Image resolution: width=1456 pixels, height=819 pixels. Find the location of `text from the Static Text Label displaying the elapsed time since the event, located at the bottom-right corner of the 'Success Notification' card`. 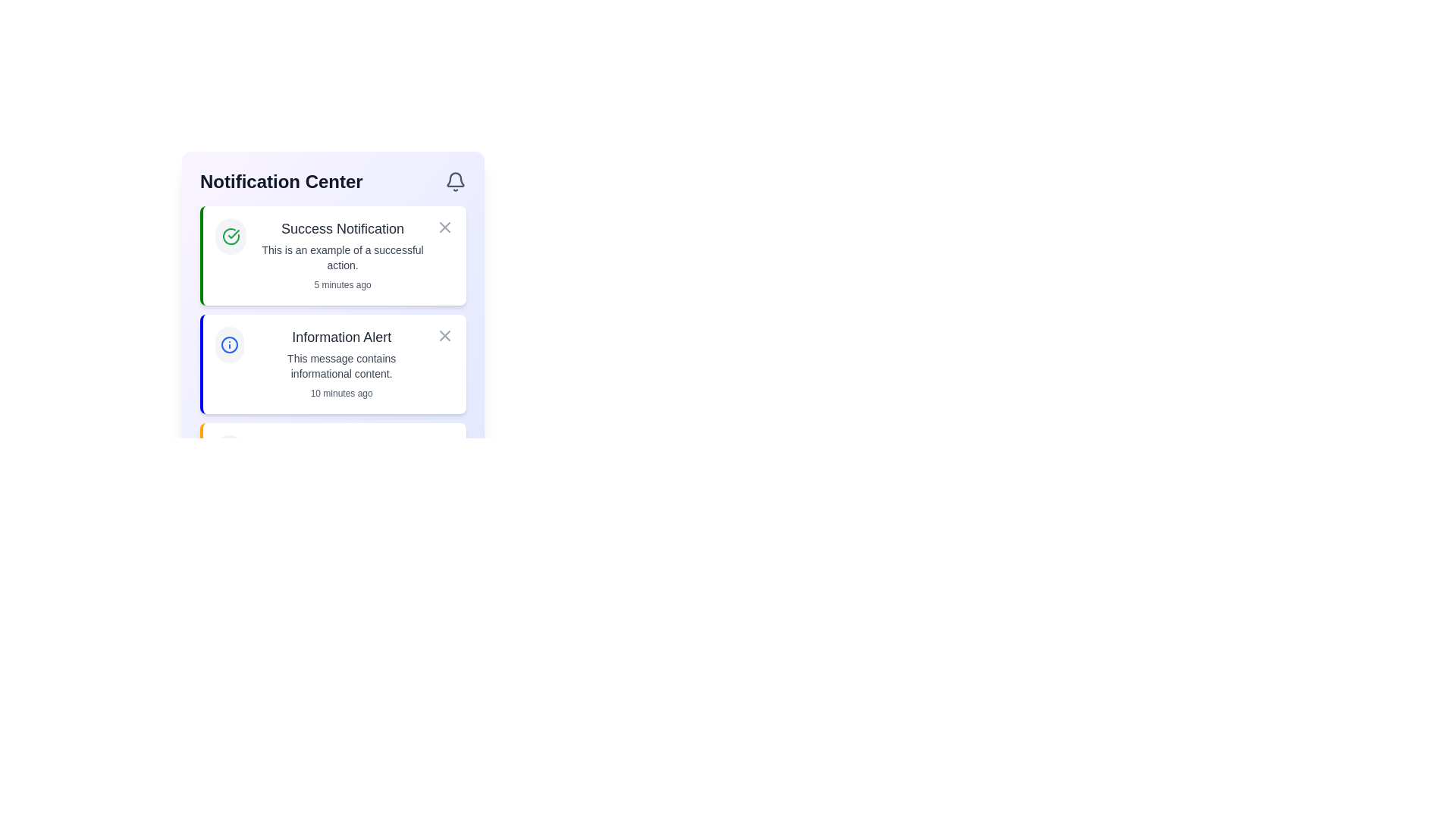

text from the Static Text Label displaying the elapsed time since the event, located at the bottom-right corner of the 'Success Notification' card is located at coordinates (342, 284).